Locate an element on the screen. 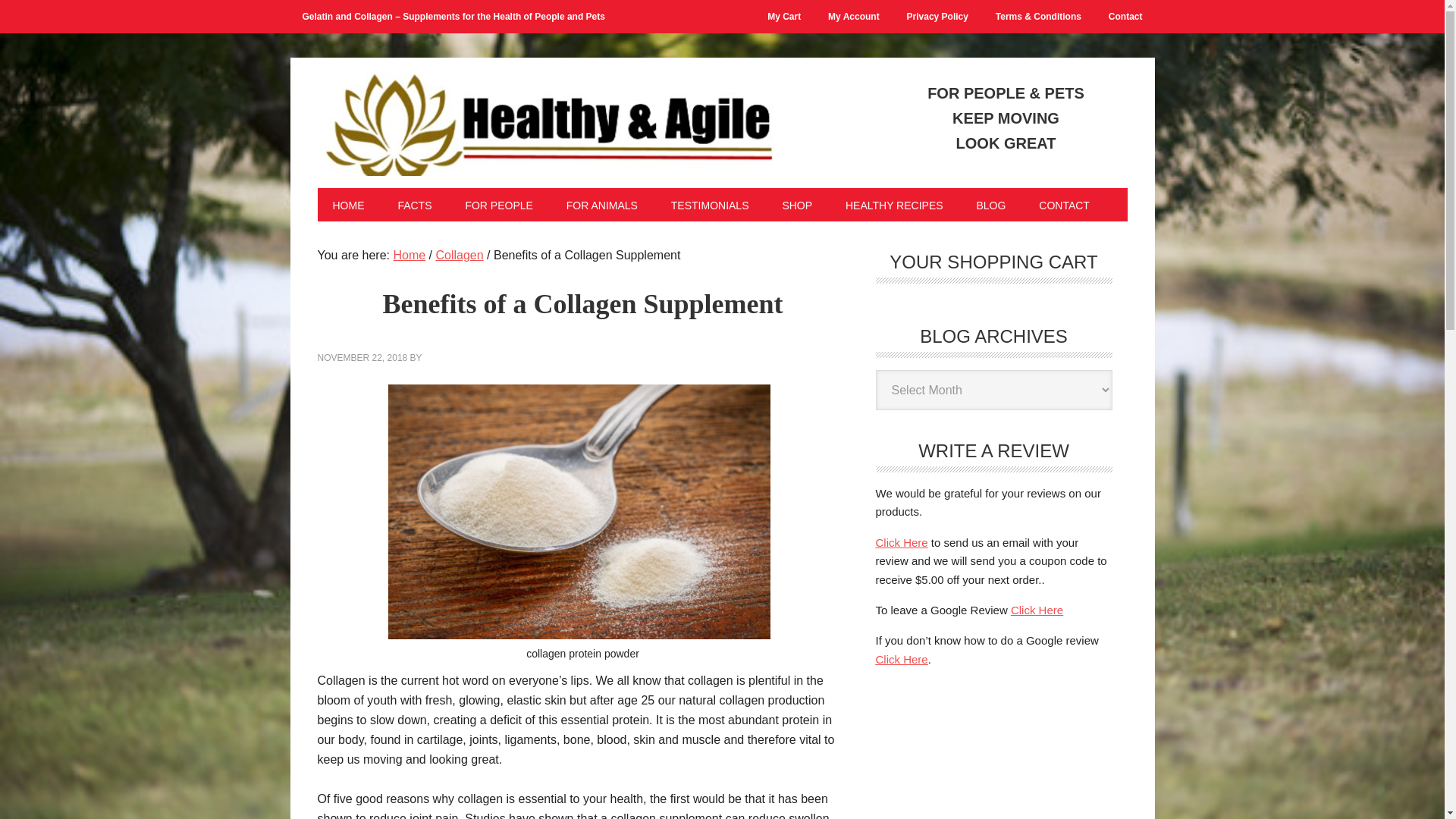  'Click Here' is located at coordinates (901, 541).